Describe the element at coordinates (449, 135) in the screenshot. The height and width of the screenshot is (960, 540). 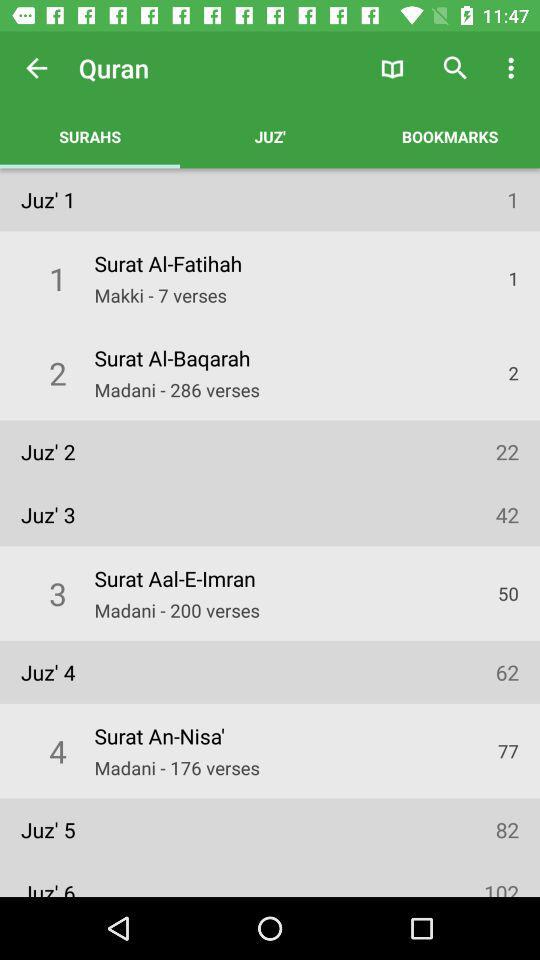
I see `the bookmarks app` at that location.